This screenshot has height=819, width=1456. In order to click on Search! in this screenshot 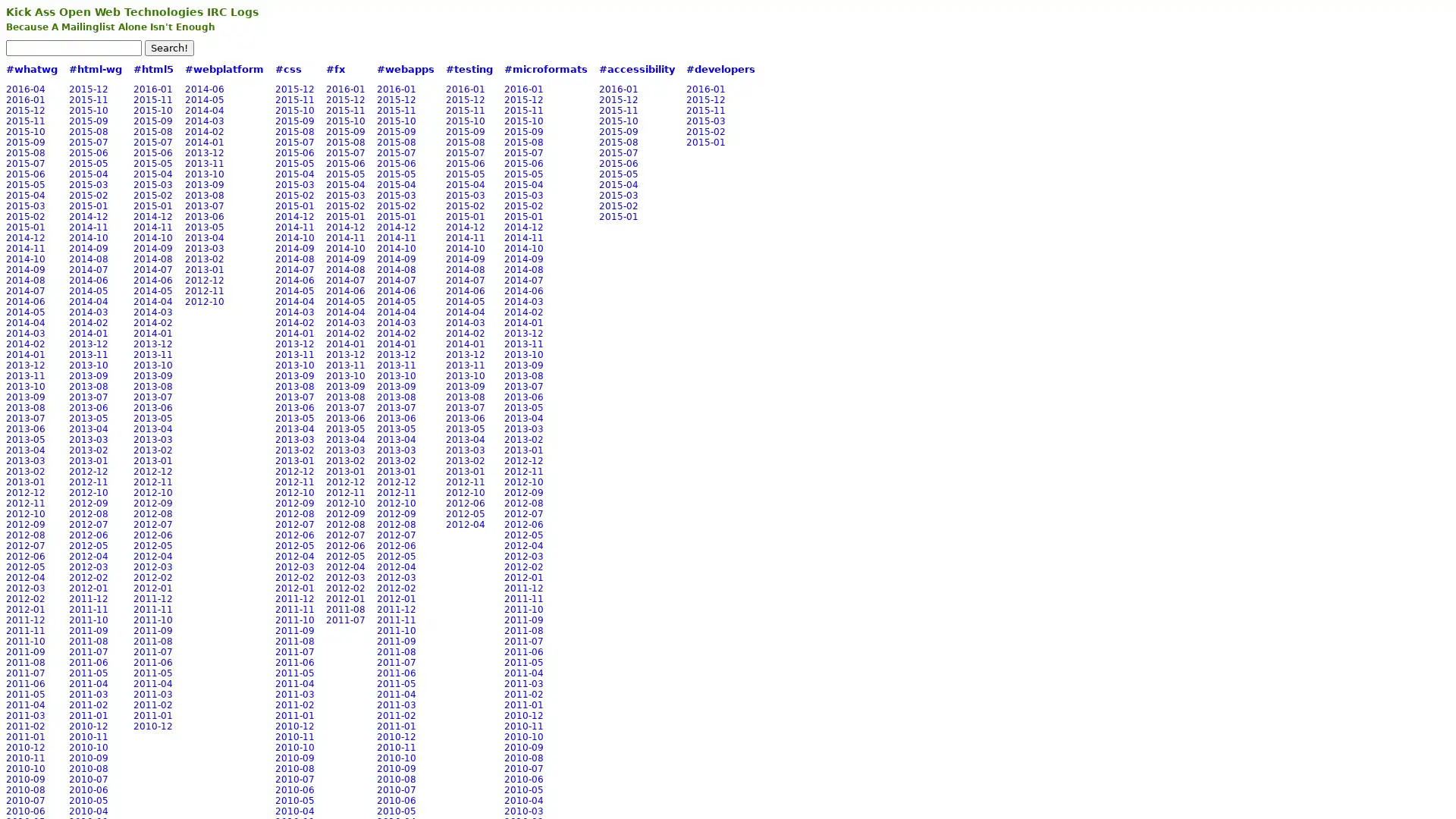, I will do `click(169, 47)`.